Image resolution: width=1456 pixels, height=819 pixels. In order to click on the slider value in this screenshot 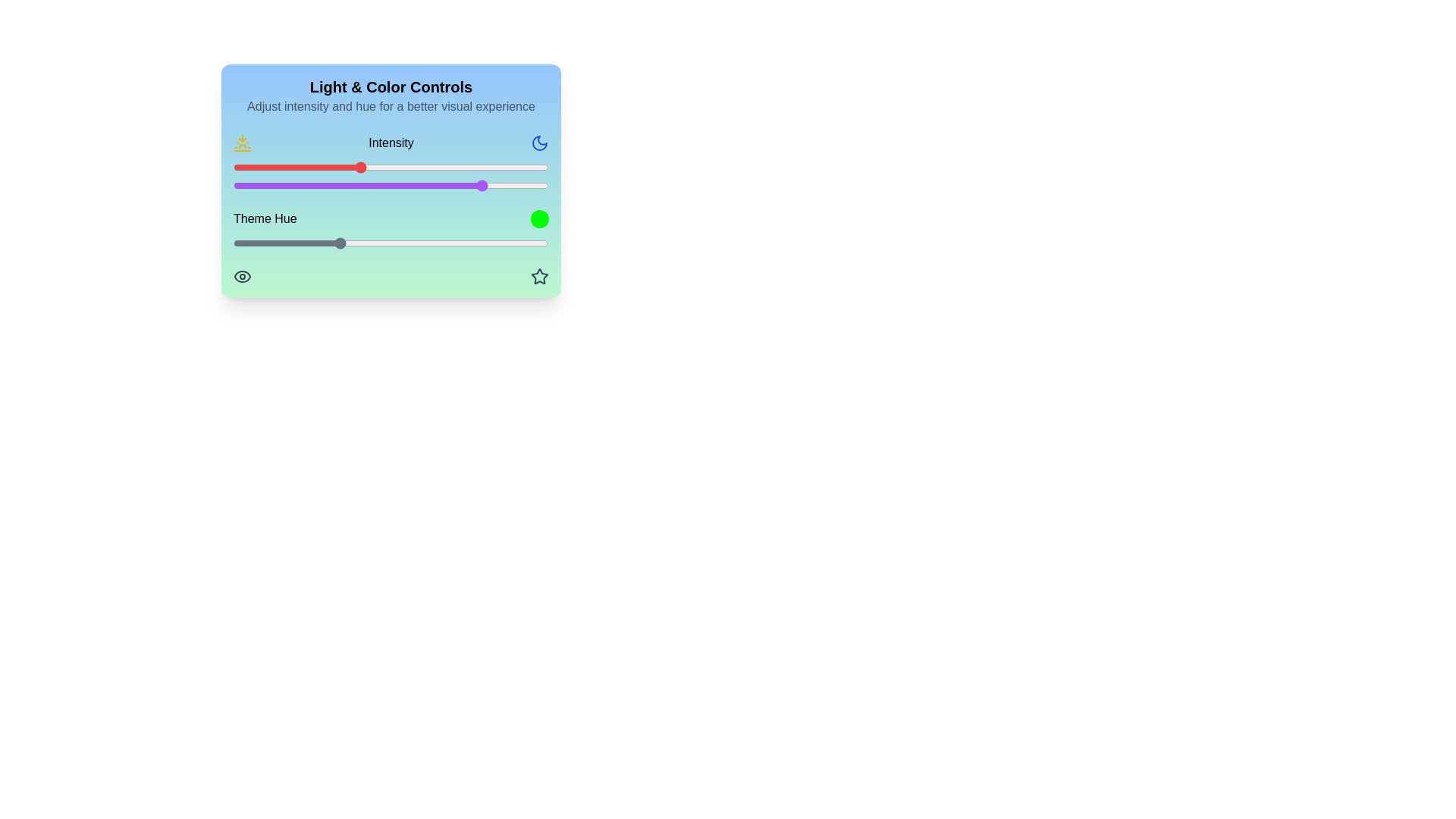, I will do `click(246, 242)`.